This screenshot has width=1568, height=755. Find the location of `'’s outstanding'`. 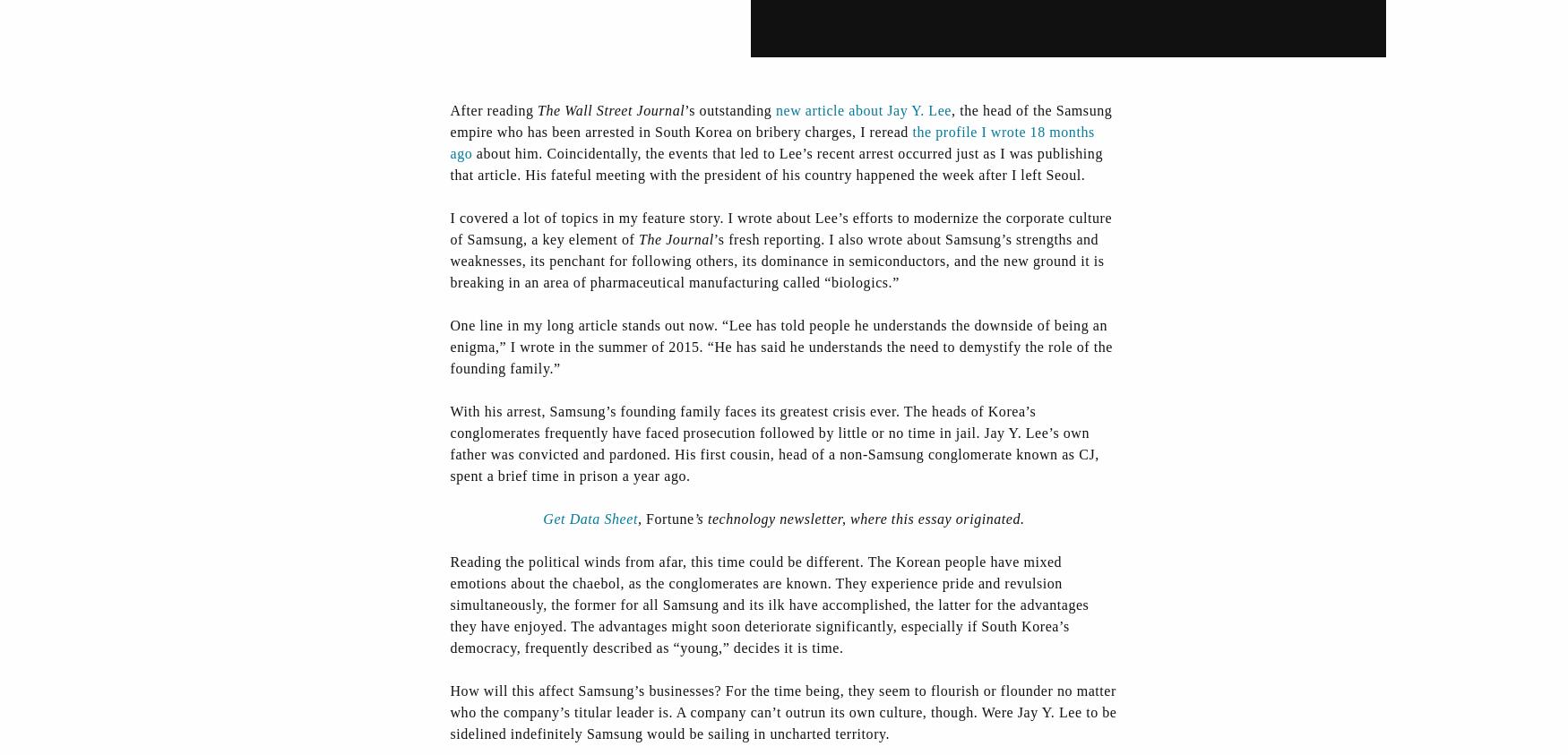

'’s outstanding' is located at coordinates (729, 109).